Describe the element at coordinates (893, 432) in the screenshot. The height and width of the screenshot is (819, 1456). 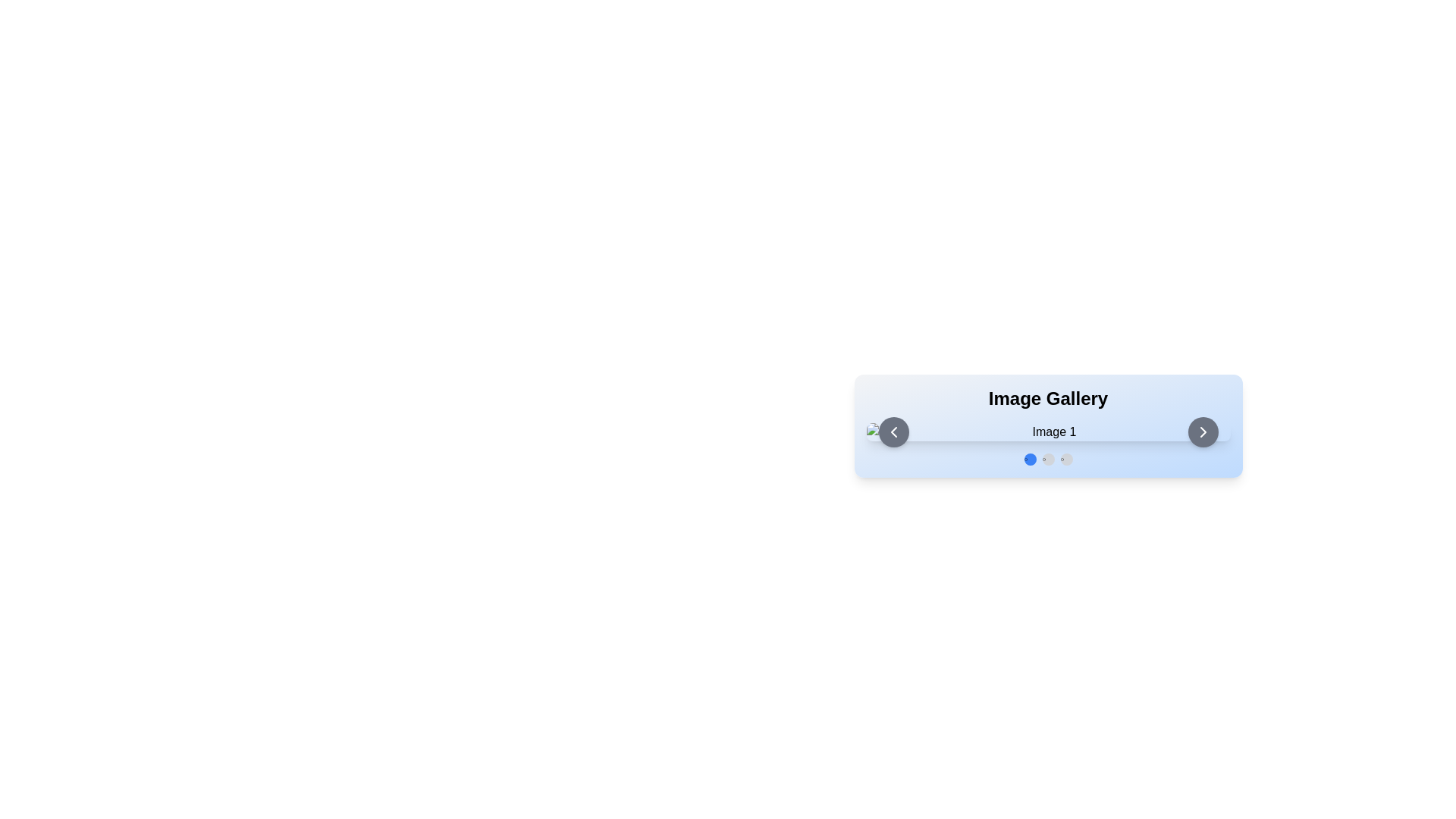
I see `the left navigation button icon` at that location.